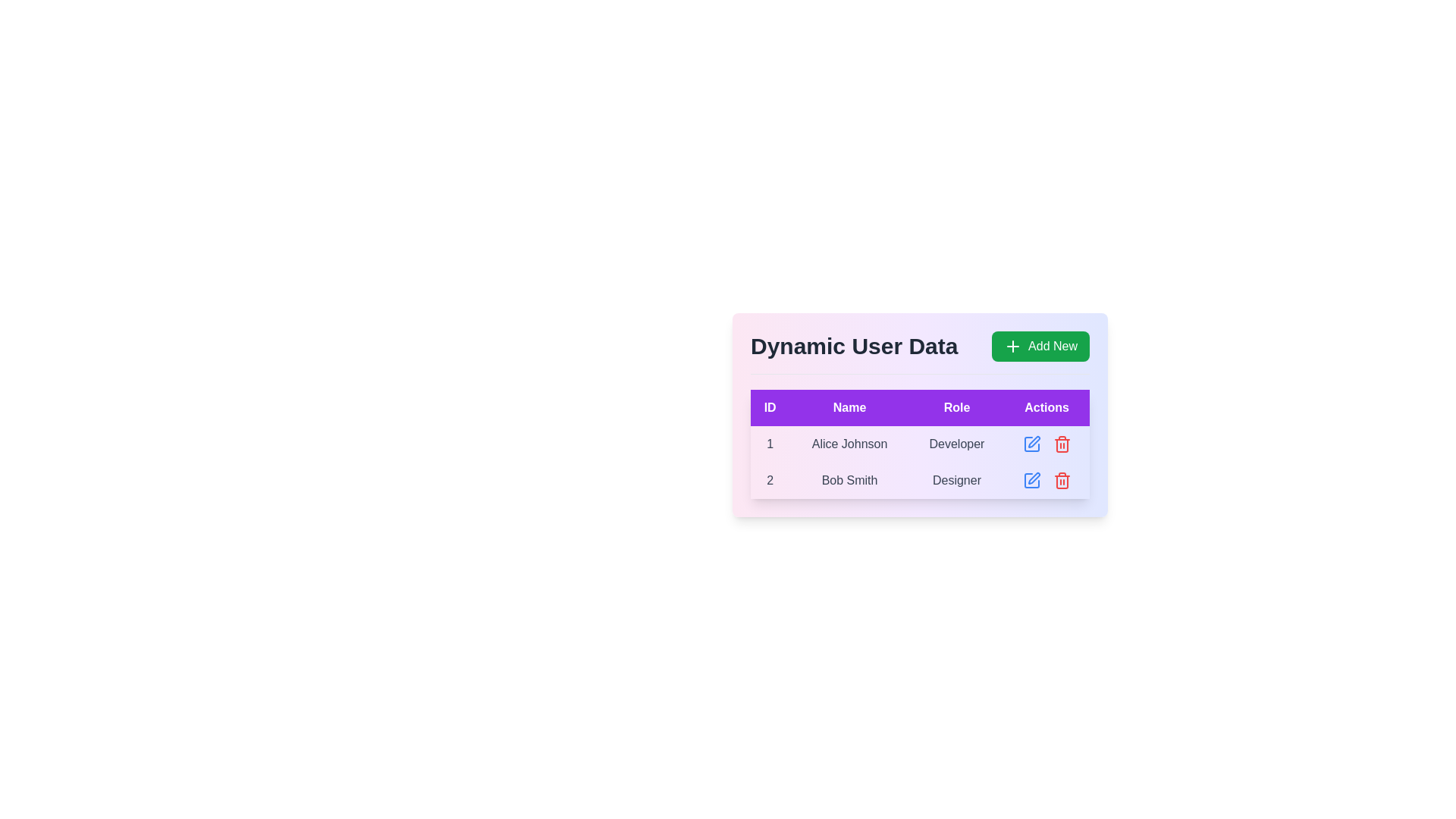 Image resolution: width=1456 pixels, height=819 pixels. I want to click on header text 'Dynamic User Data' located in the header bar at the top of the card interface, so click(919, 353).